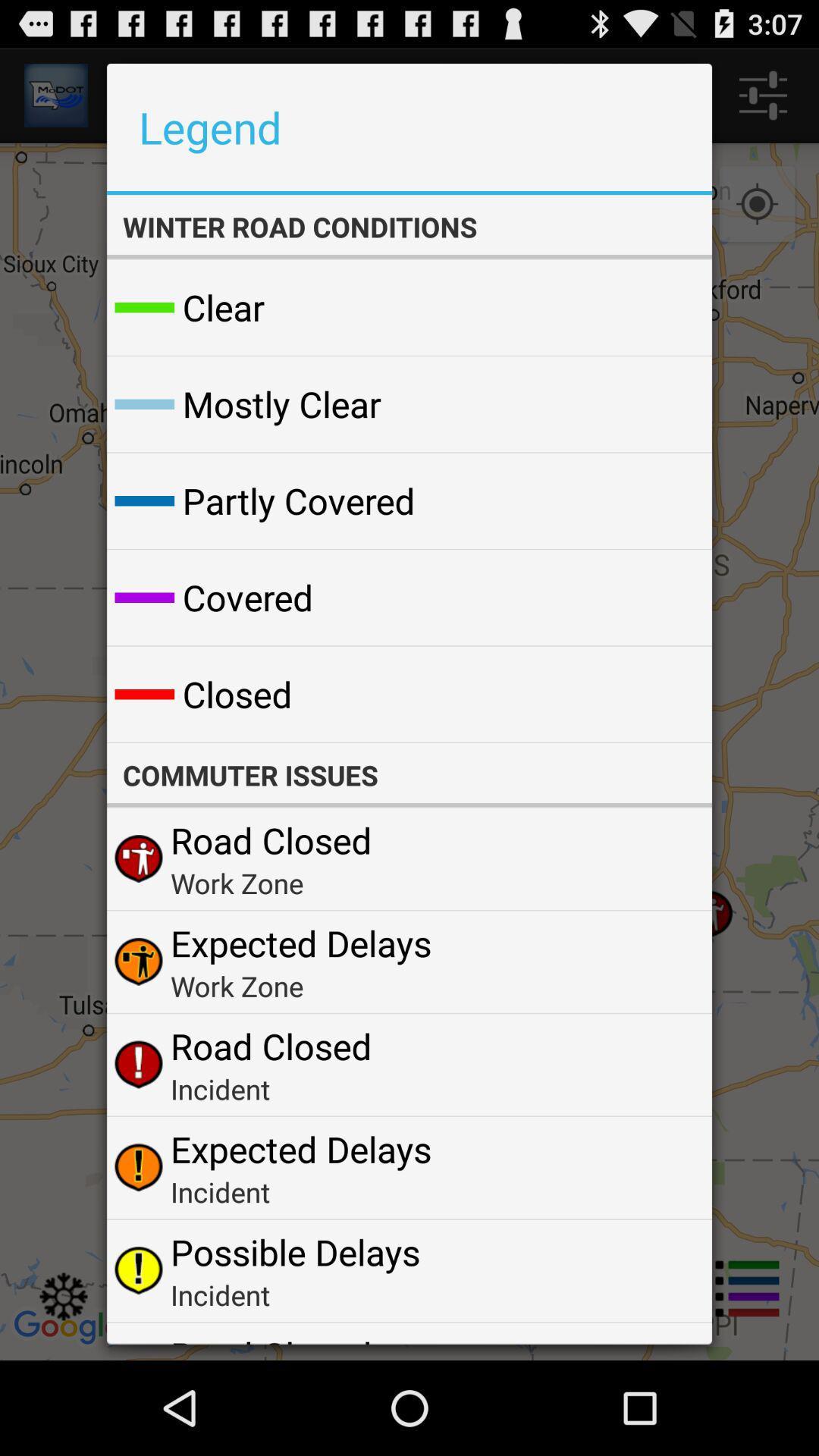 This screenshot has width=819, height=1456. What do you see at coordinates (663, 404) in the screenshot?
I see `the icon to the right of mostly clear item` at bounding box center [663, 404].